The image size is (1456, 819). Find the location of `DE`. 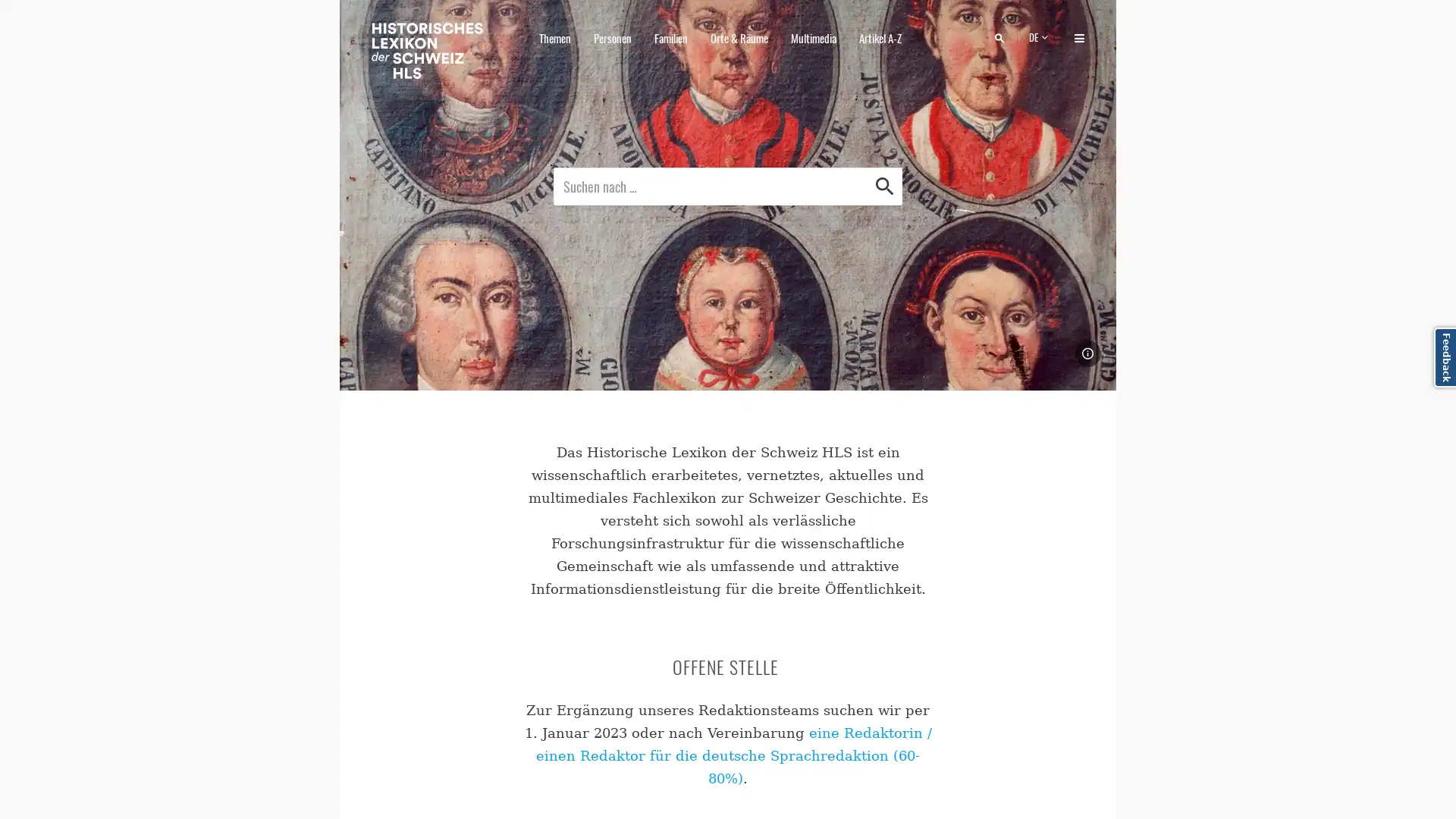

DE is located at coordinates (1040, 36).